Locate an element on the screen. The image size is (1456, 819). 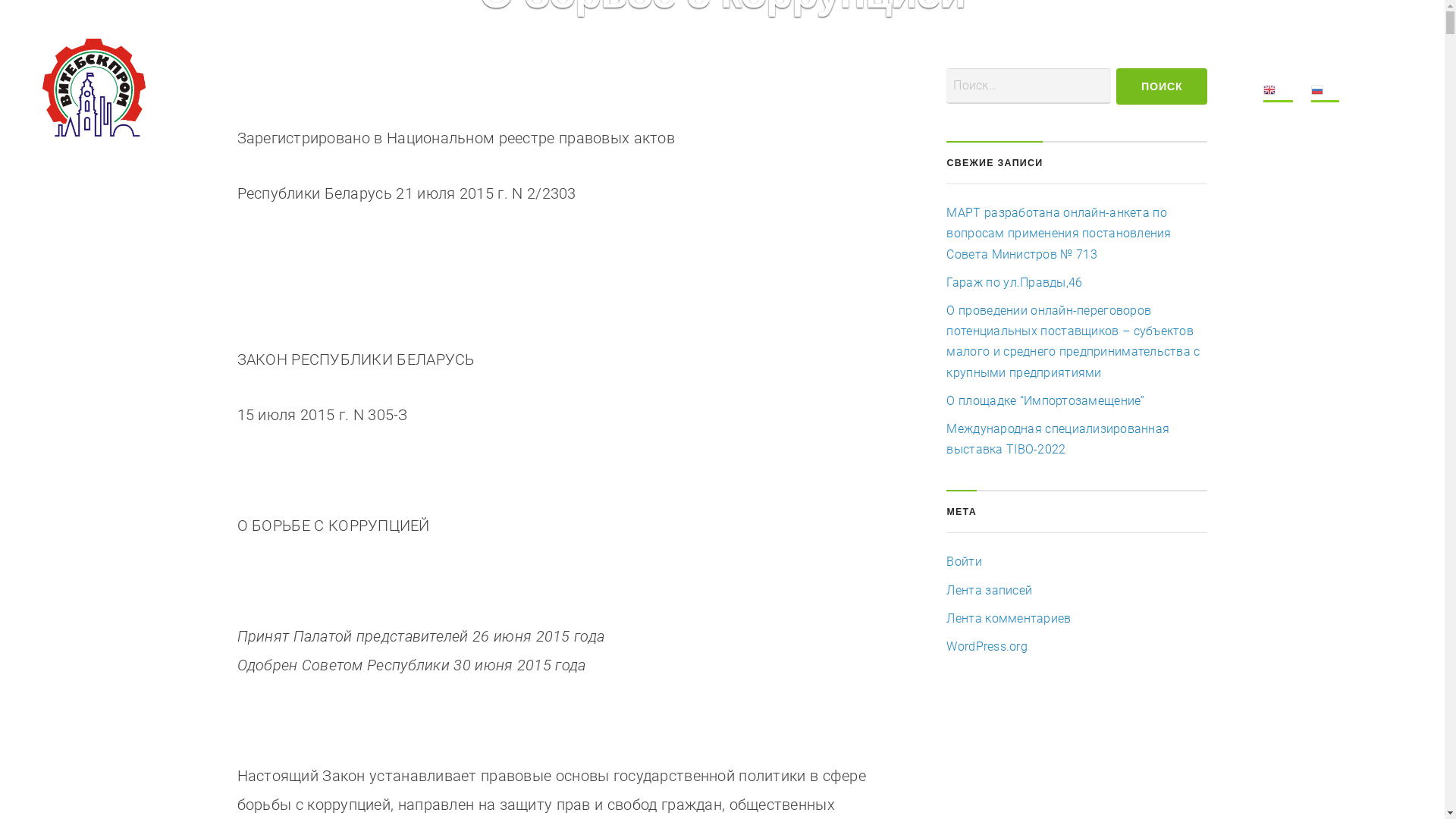
'RU' is located at coordinates (1324, 93).